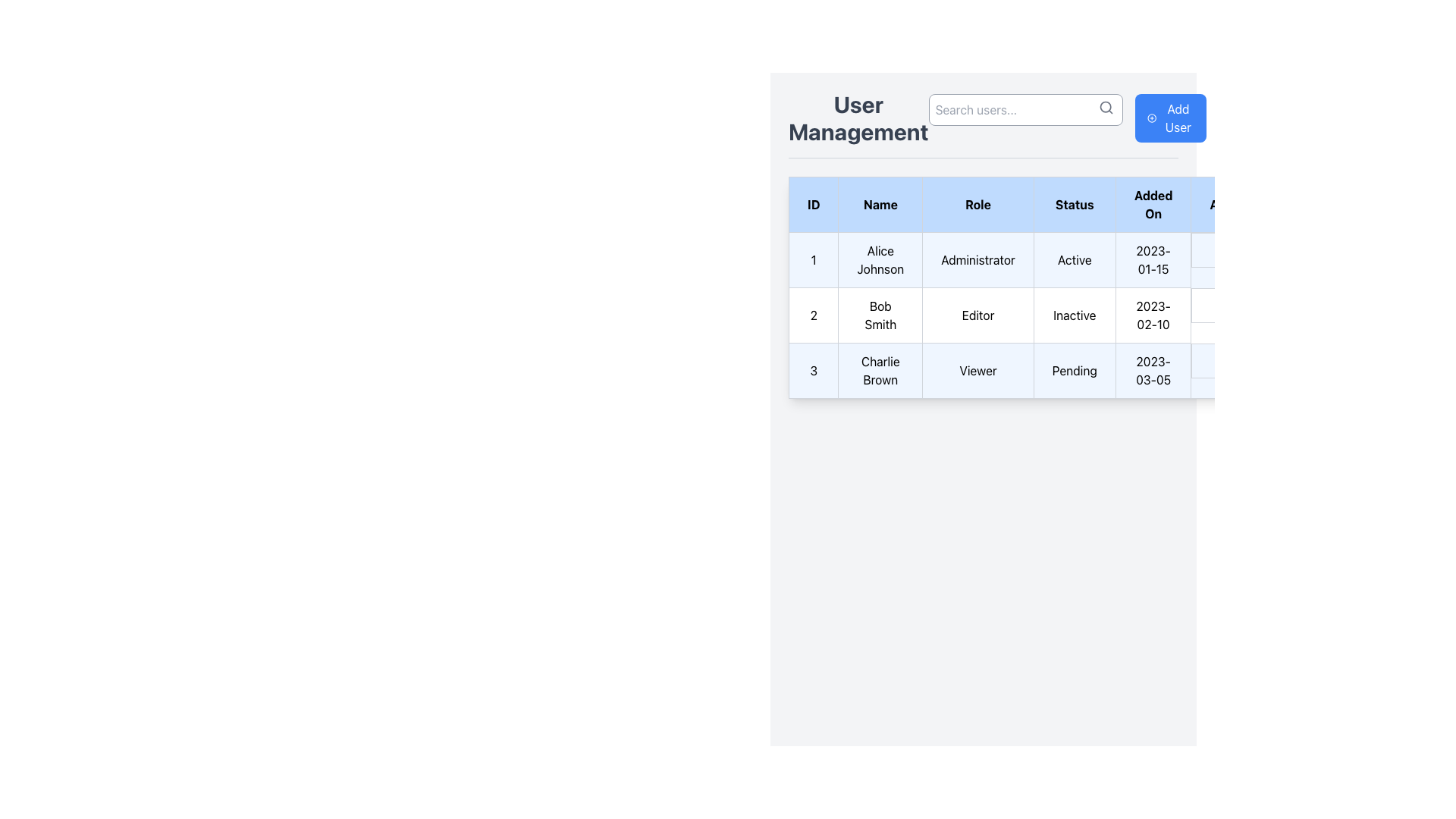 The height and width of the screenshot is (819, 1456). What do you see at coordinates (978, 371) in the screenshot?
I see `the read-only text label indicating the role associated with the user 'Charlie Brown', which is located in the third column of the third row of a table under the 'Role' column` at bounding box center [978, 371].